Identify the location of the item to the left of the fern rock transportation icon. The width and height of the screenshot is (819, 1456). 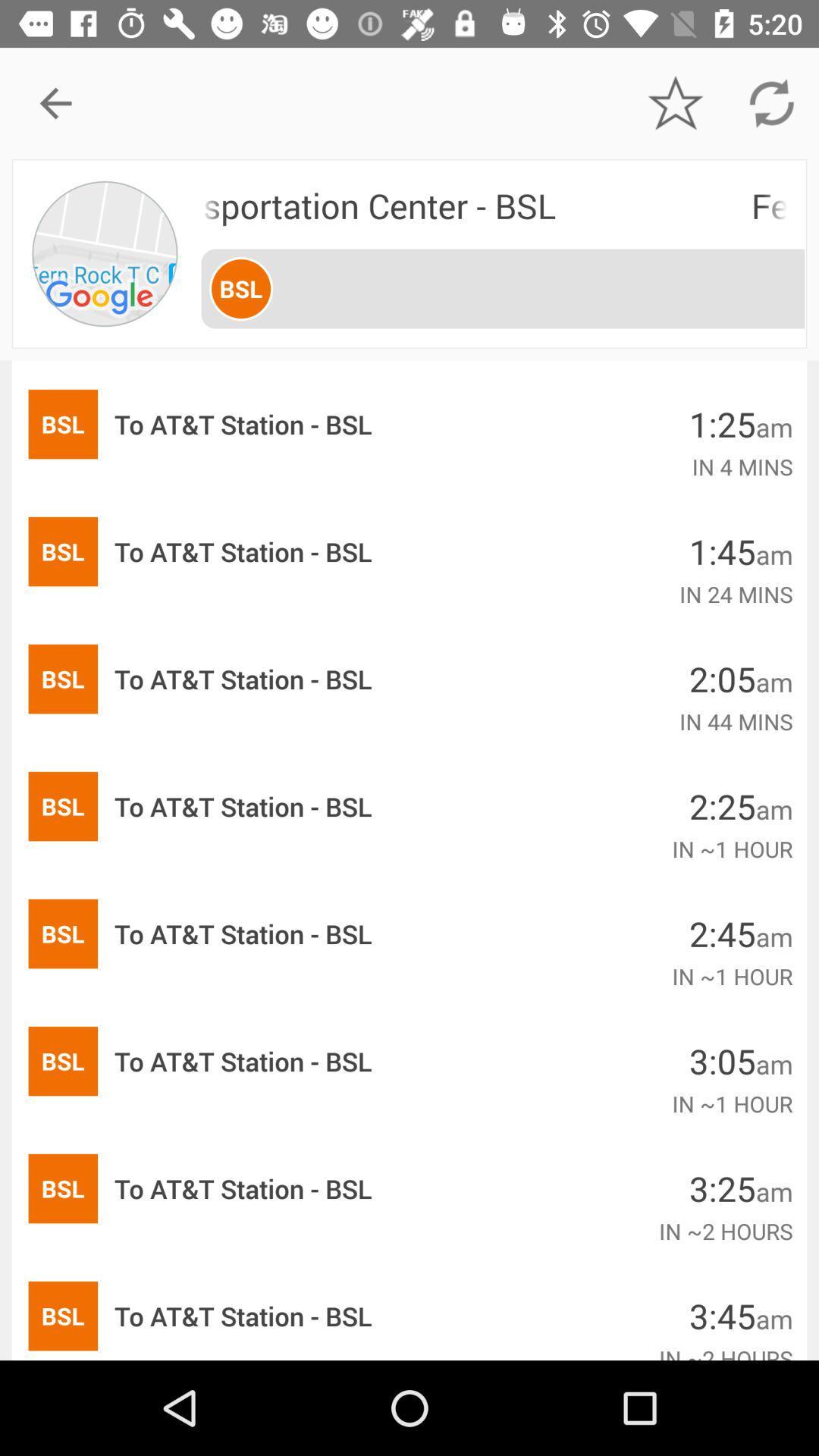
(104, 253).